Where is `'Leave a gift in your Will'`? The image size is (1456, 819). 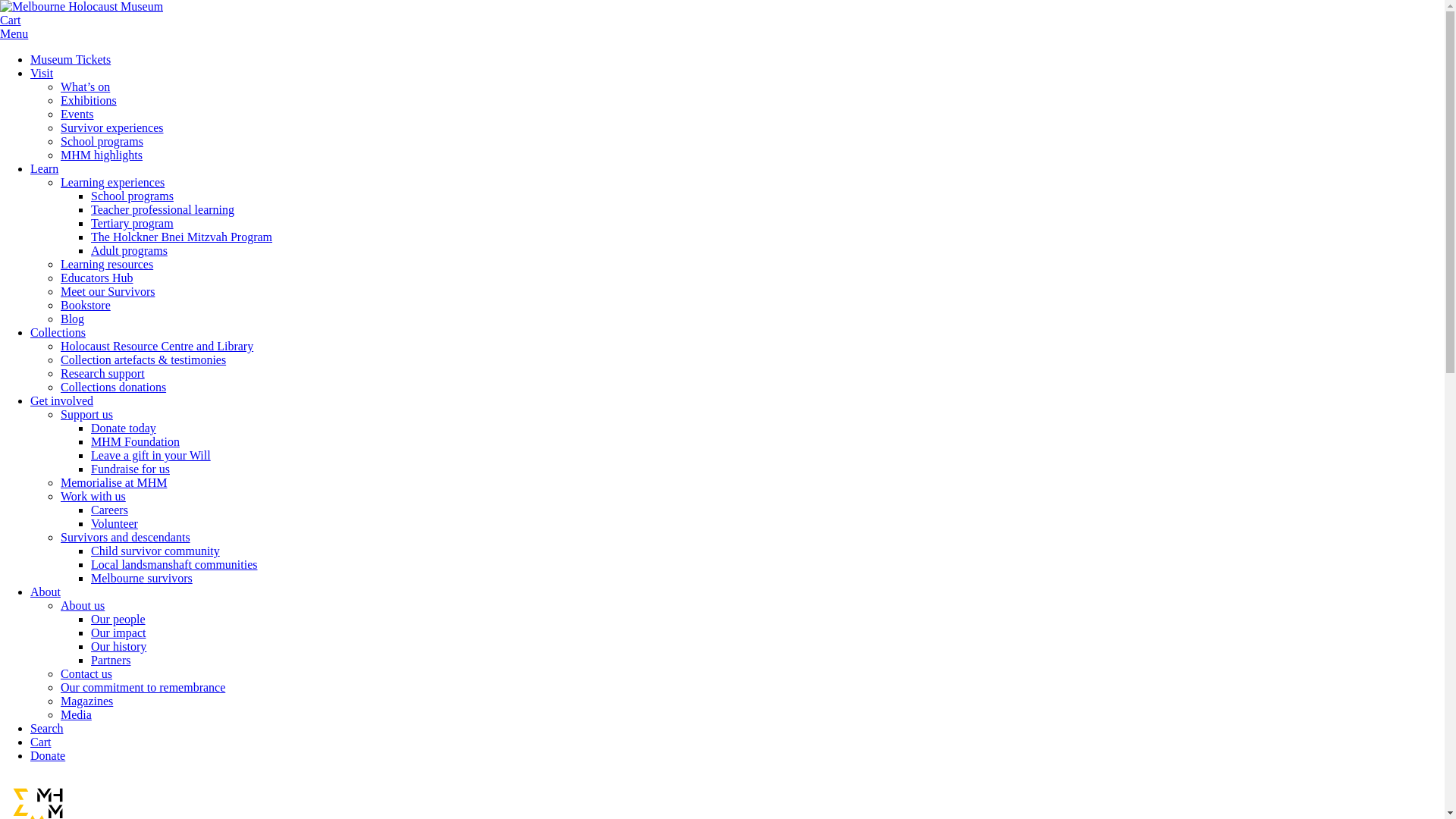 'Leave a gift in your Will' is located at coordinates (150, 454).